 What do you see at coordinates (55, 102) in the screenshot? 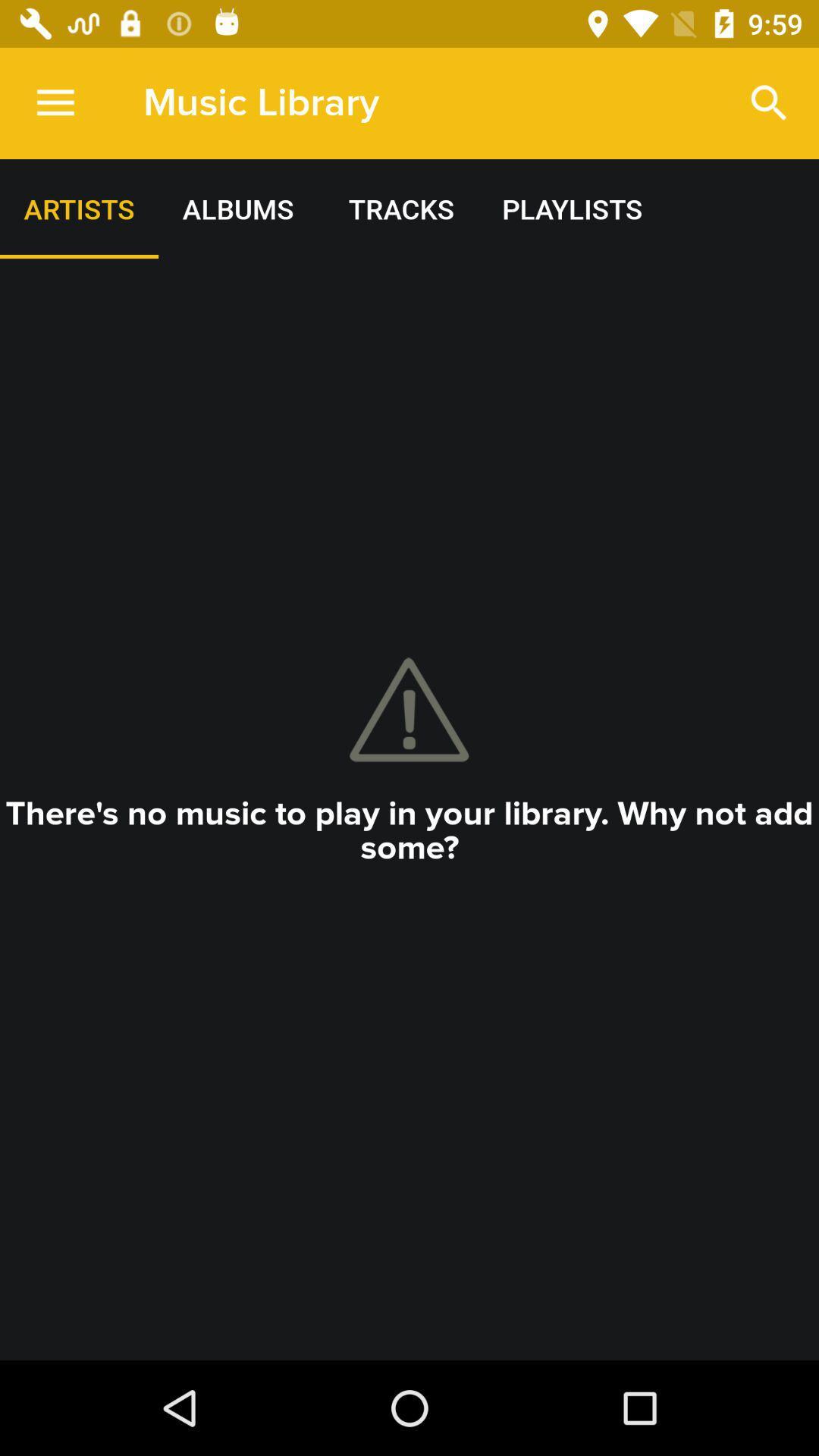
I see `the icon next to music library icon` at bounding box center [55, 102].